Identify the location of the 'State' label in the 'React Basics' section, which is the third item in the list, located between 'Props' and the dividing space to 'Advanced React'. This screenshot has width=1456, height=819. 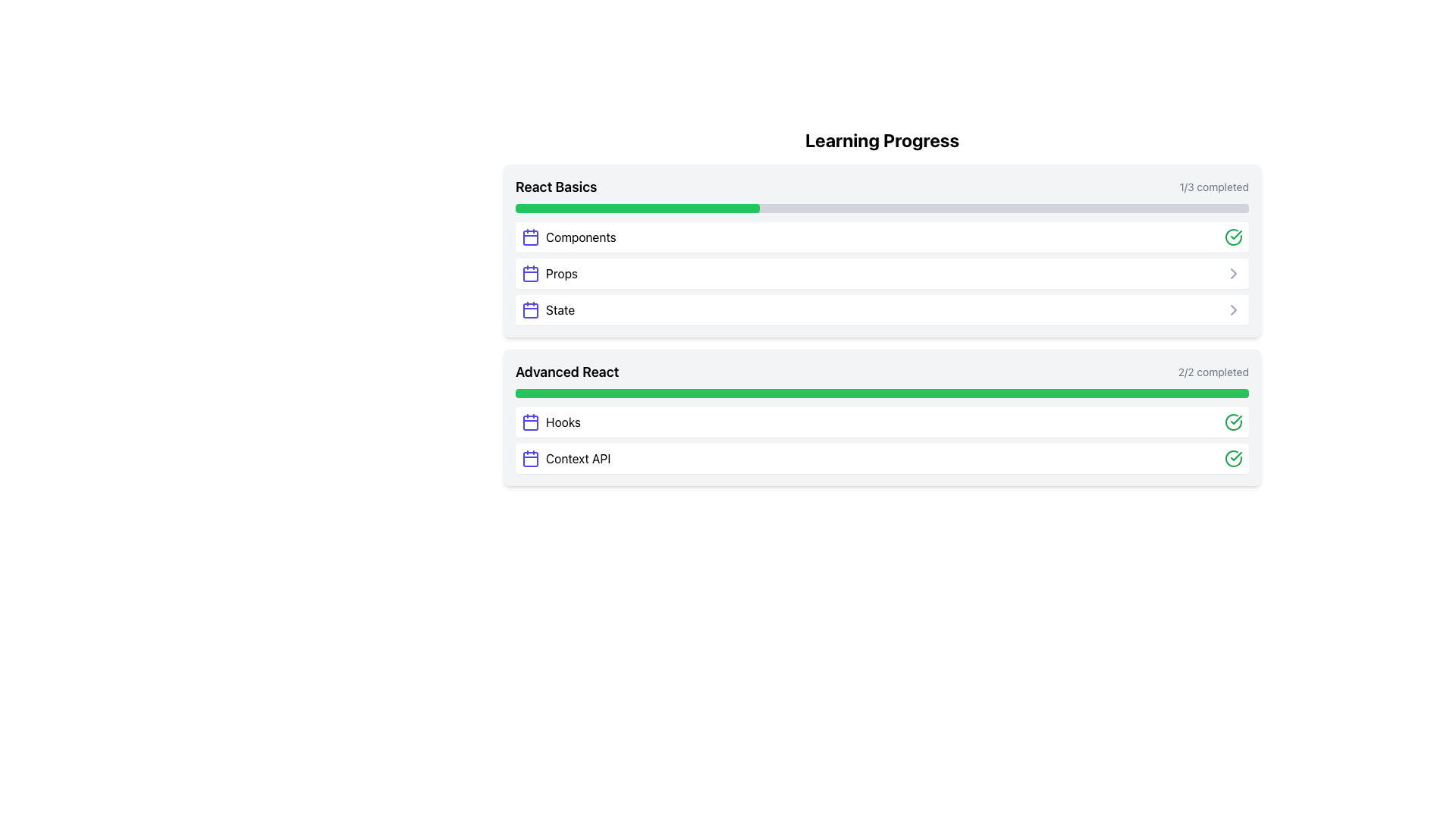
(560, 309).